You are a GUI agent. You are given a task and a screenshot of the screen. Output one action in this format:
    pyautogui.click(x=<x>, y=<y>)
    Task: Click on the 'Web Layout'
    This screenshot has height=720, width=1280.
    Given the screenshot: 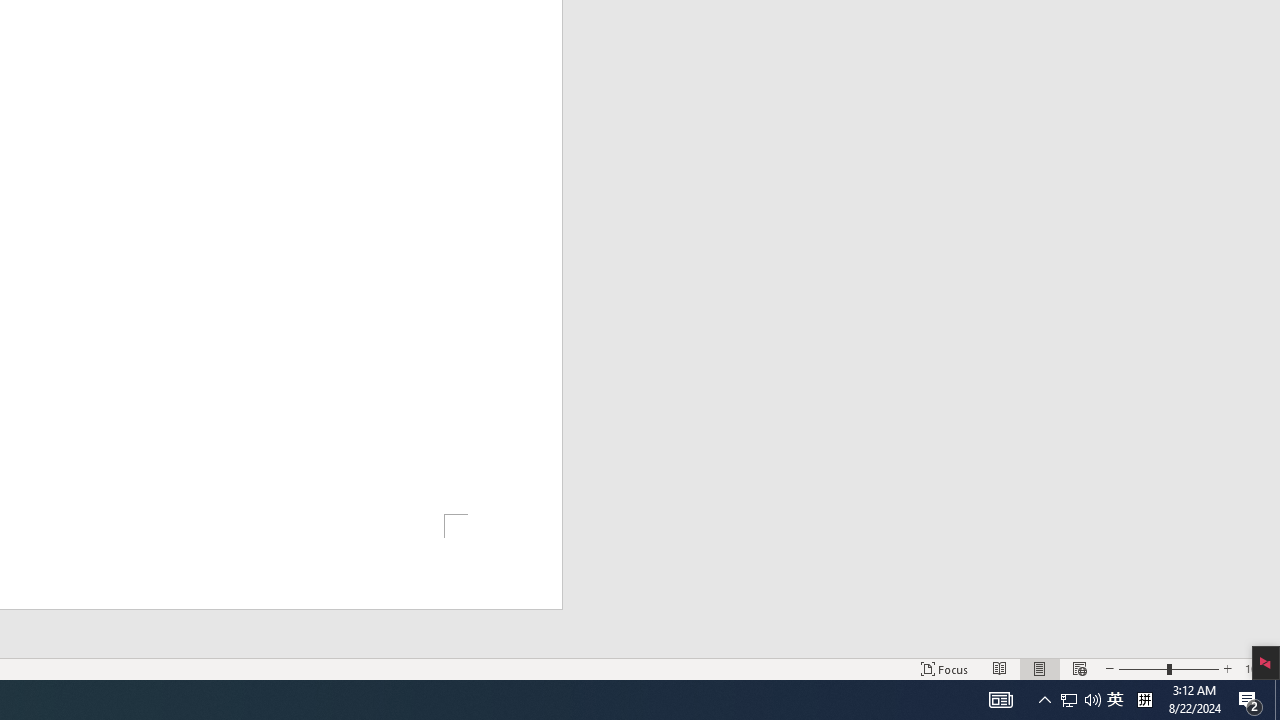 What is the action you would take?
    pyautogui.click(x=1078, y=669)
    